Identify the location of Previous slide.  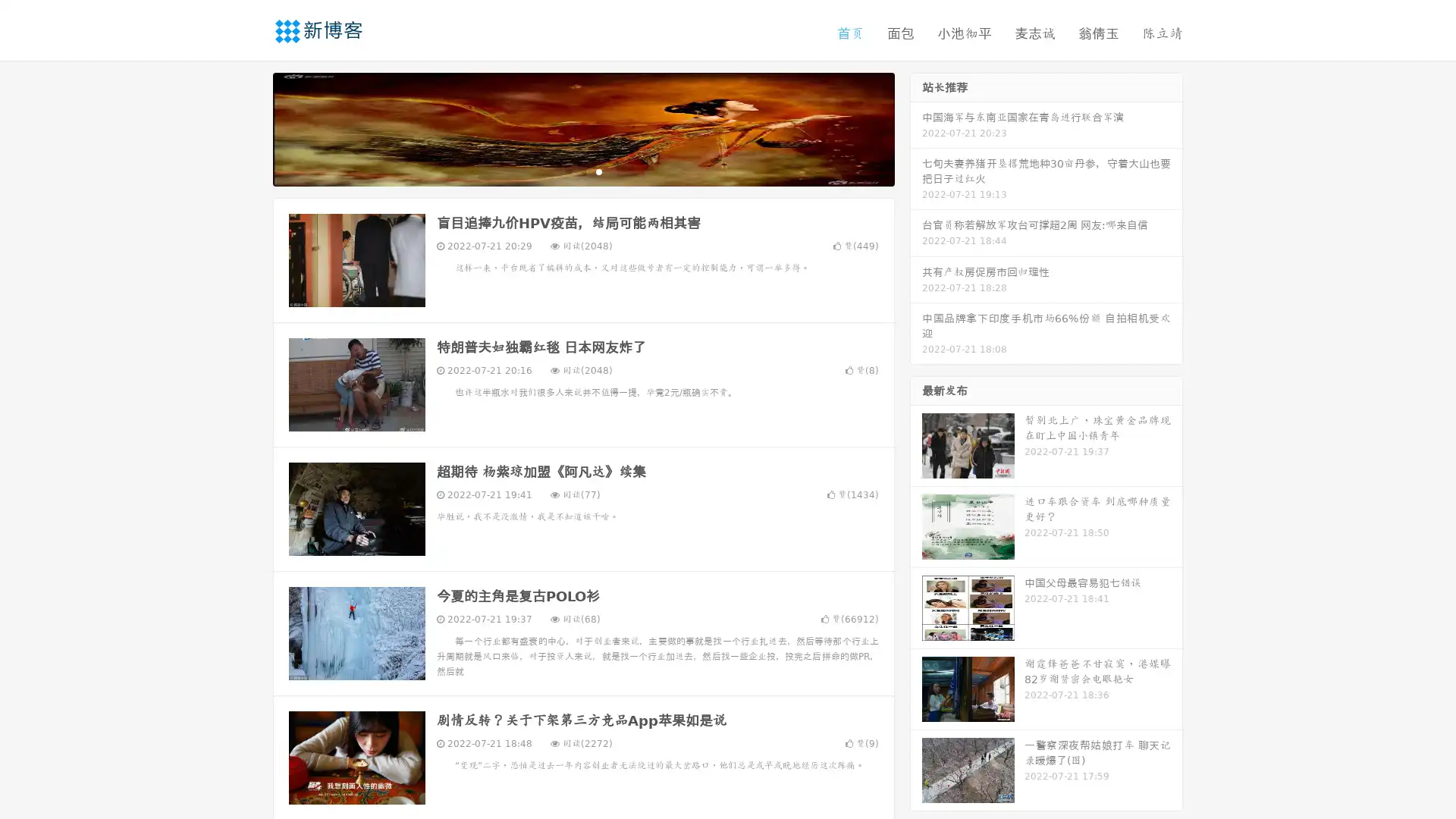
(250, 127).